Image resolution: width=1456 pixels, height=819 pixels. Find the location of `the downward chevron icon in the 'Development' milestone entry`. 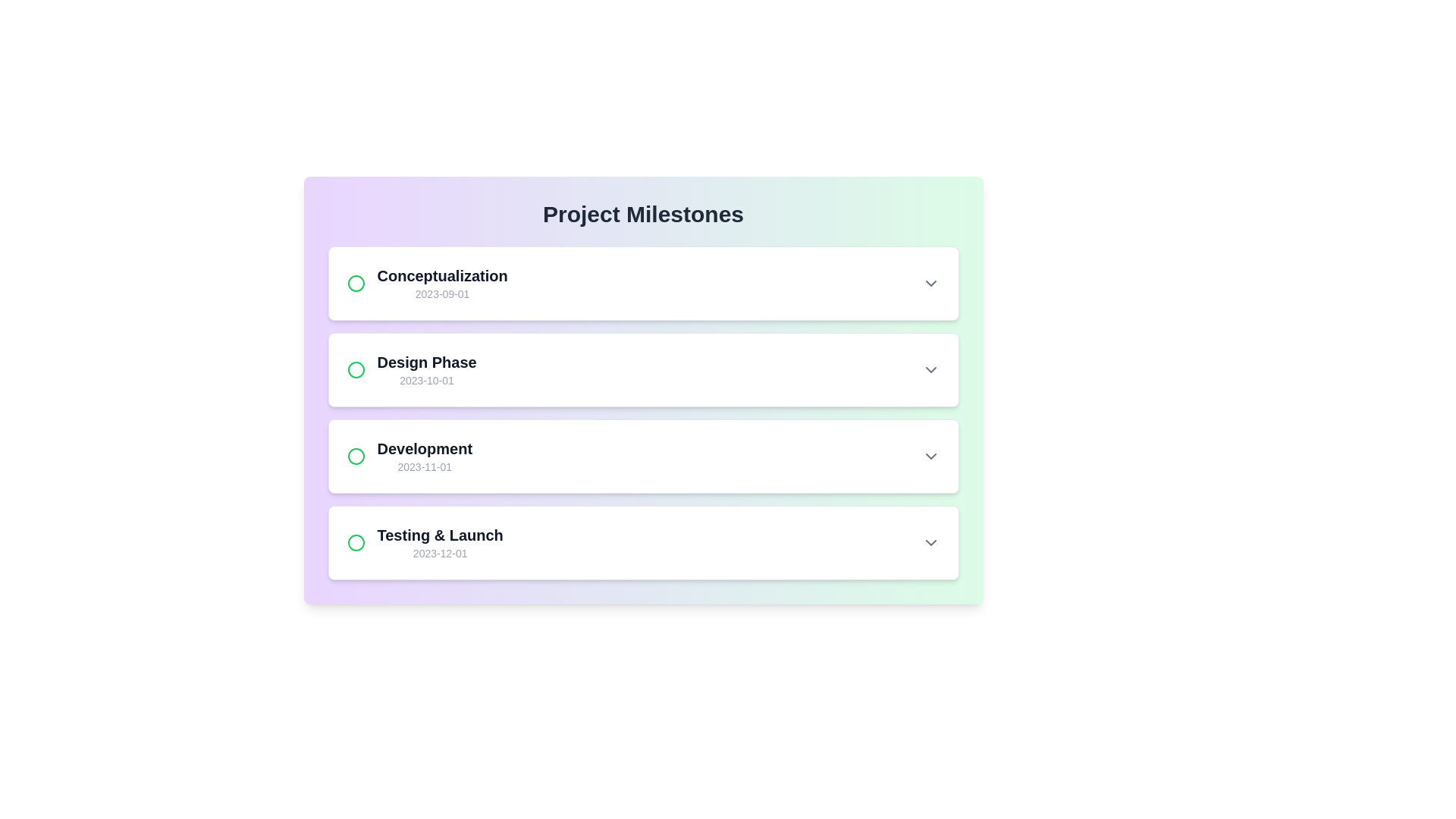

the downward chevron icon in the 'Development' milestone entry is located at coordinates (930, 455).